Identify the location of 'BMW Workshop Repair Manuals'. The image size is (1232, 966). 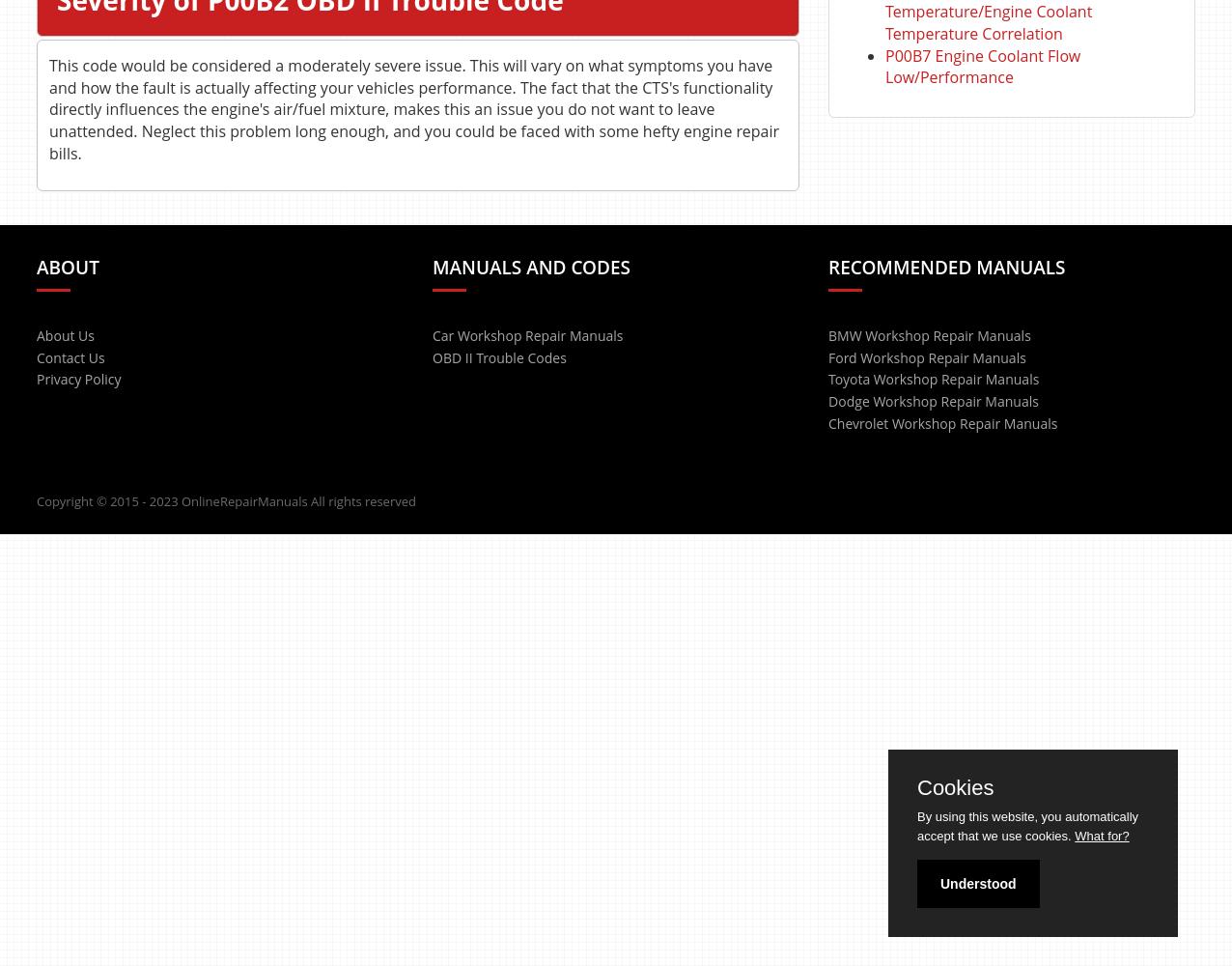
(929, 333).